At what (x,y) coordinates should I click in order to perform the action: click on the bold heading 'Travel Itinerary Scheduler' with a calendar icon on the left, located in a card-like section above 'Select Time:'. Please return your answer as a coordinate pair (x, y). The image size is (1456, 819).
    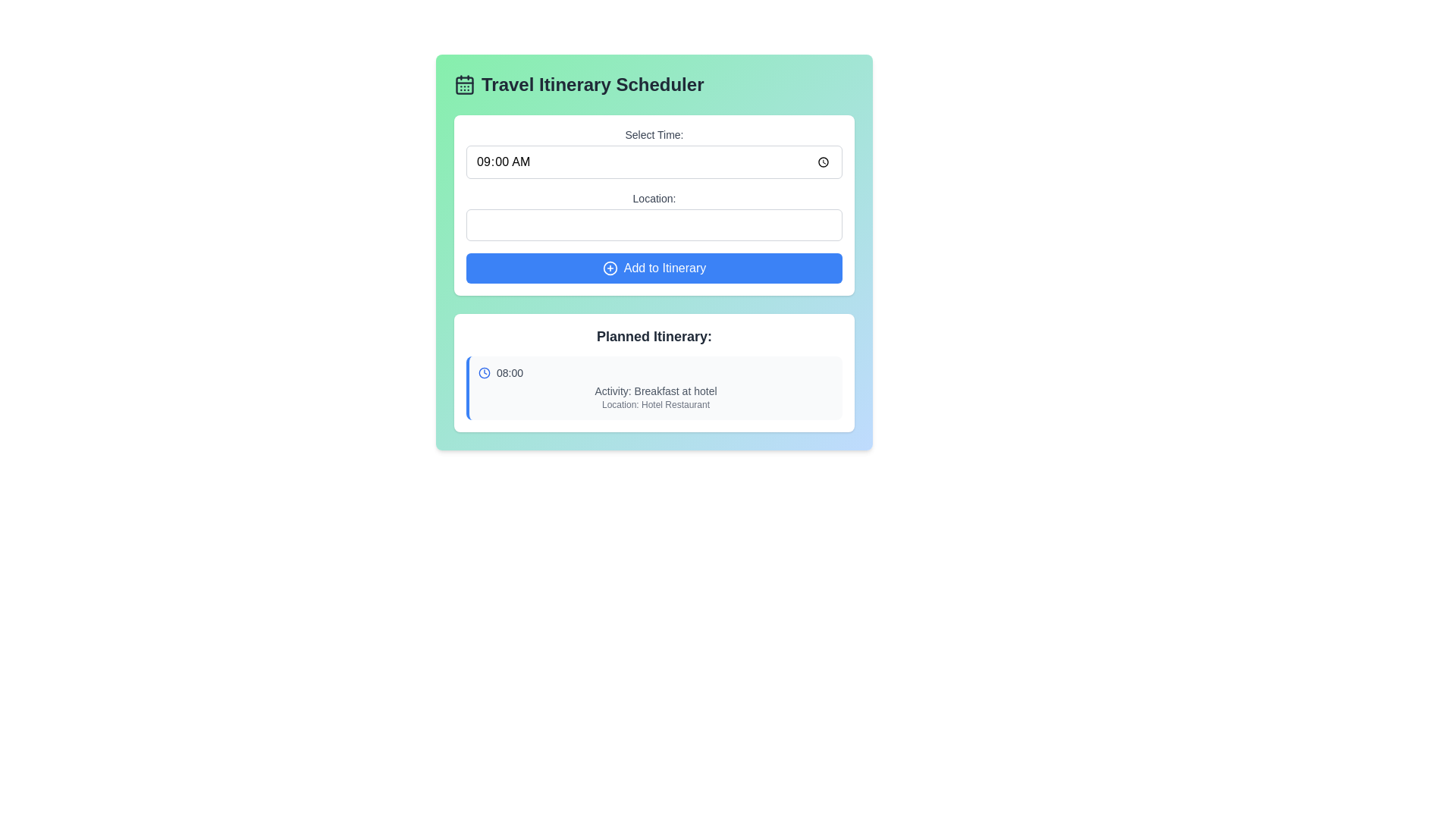
    Looking at the image, I should click on (654, 84).